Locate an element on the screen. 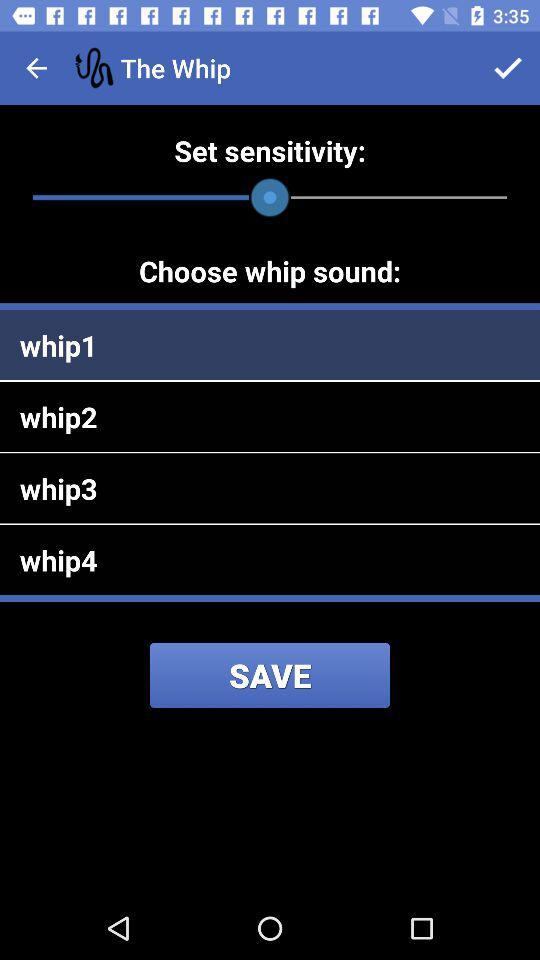 The height and width of the screenshot is (960, 540). the icon above set sensitivity: is located at coordinates (36, 68).